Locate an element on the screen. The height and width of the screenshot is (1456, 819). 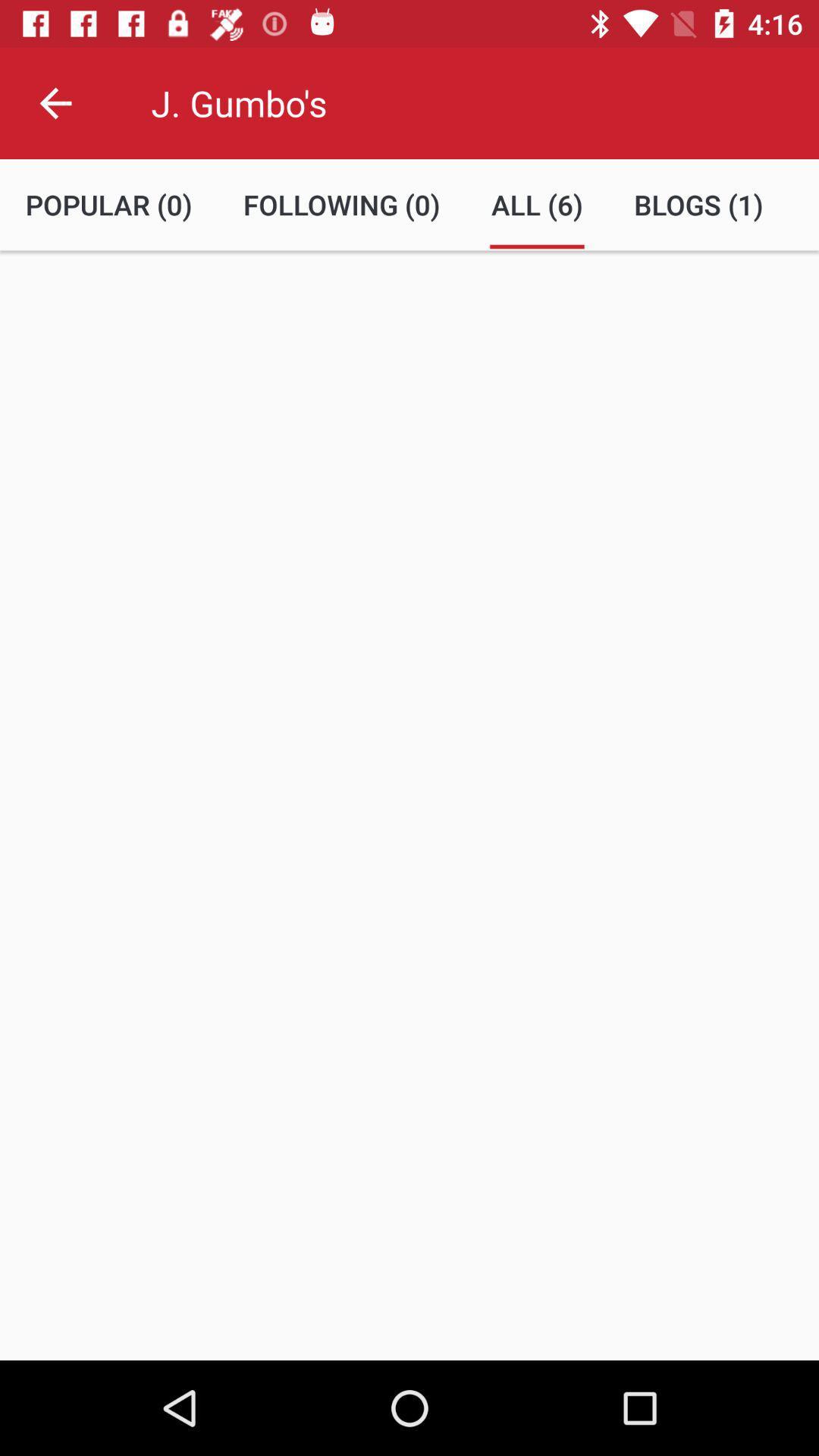
the following (0) is located at coordinates (341, 204).